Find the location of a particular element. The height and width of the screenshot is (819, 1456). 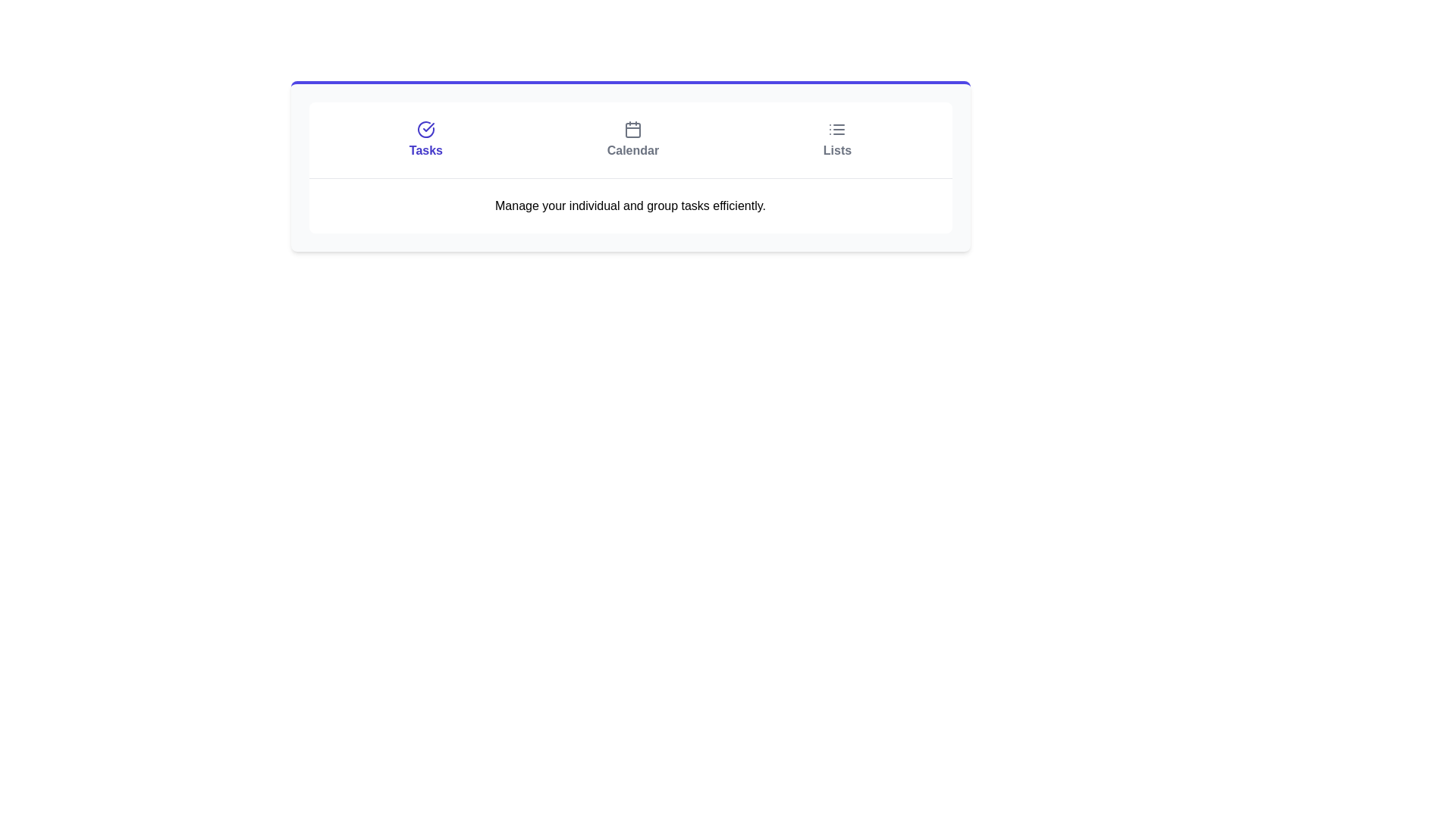

the 'Calendar' button, which features a minimalistic calendar icon and is centrally located between 'Tasks' and 'Lists' is located at coordinates (632, 140).